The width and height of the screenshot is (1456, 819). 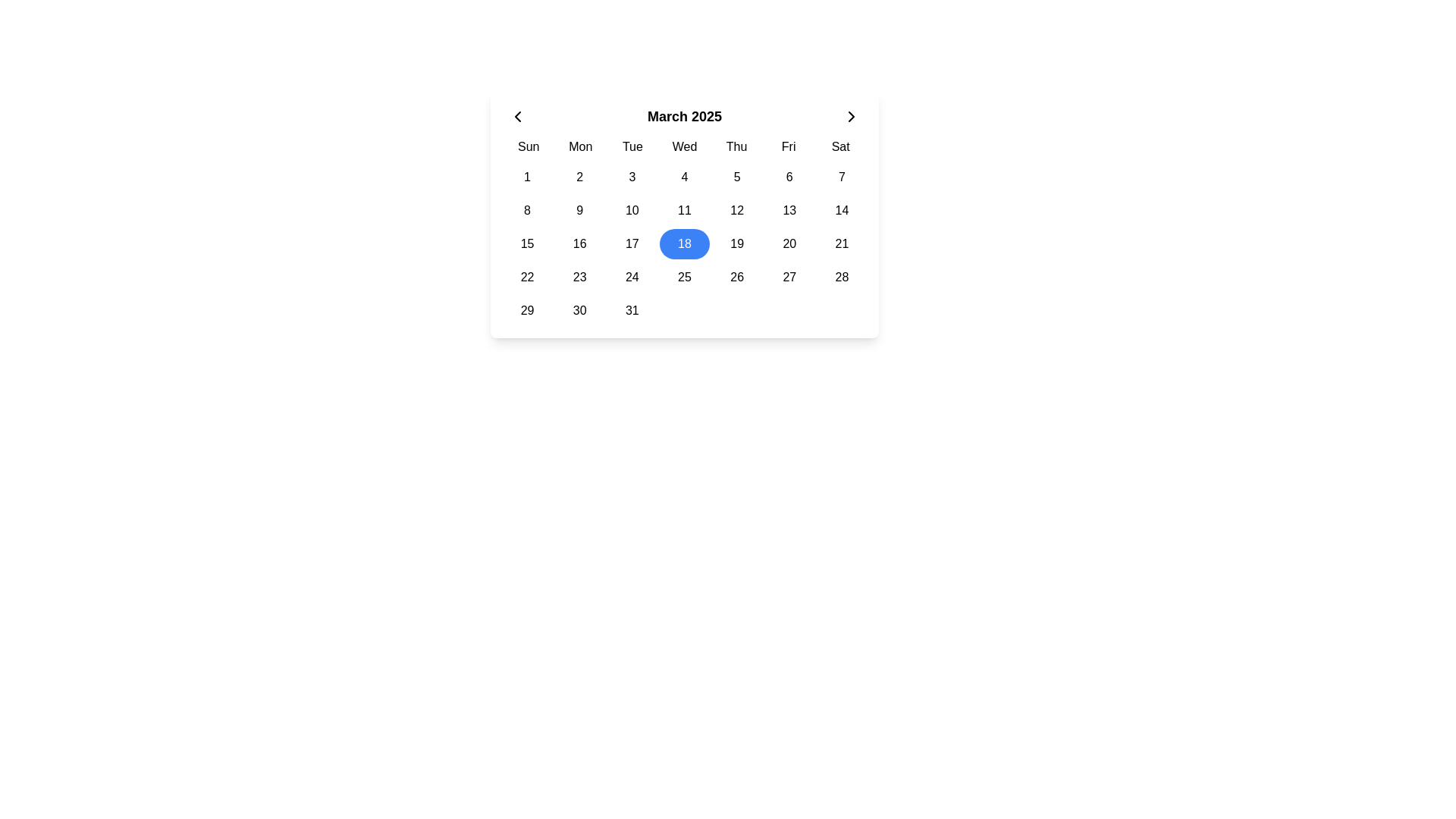 I want to click on on the button displaying '28' in the Saturday column of the calendar interface, so click(x=840, y=278).